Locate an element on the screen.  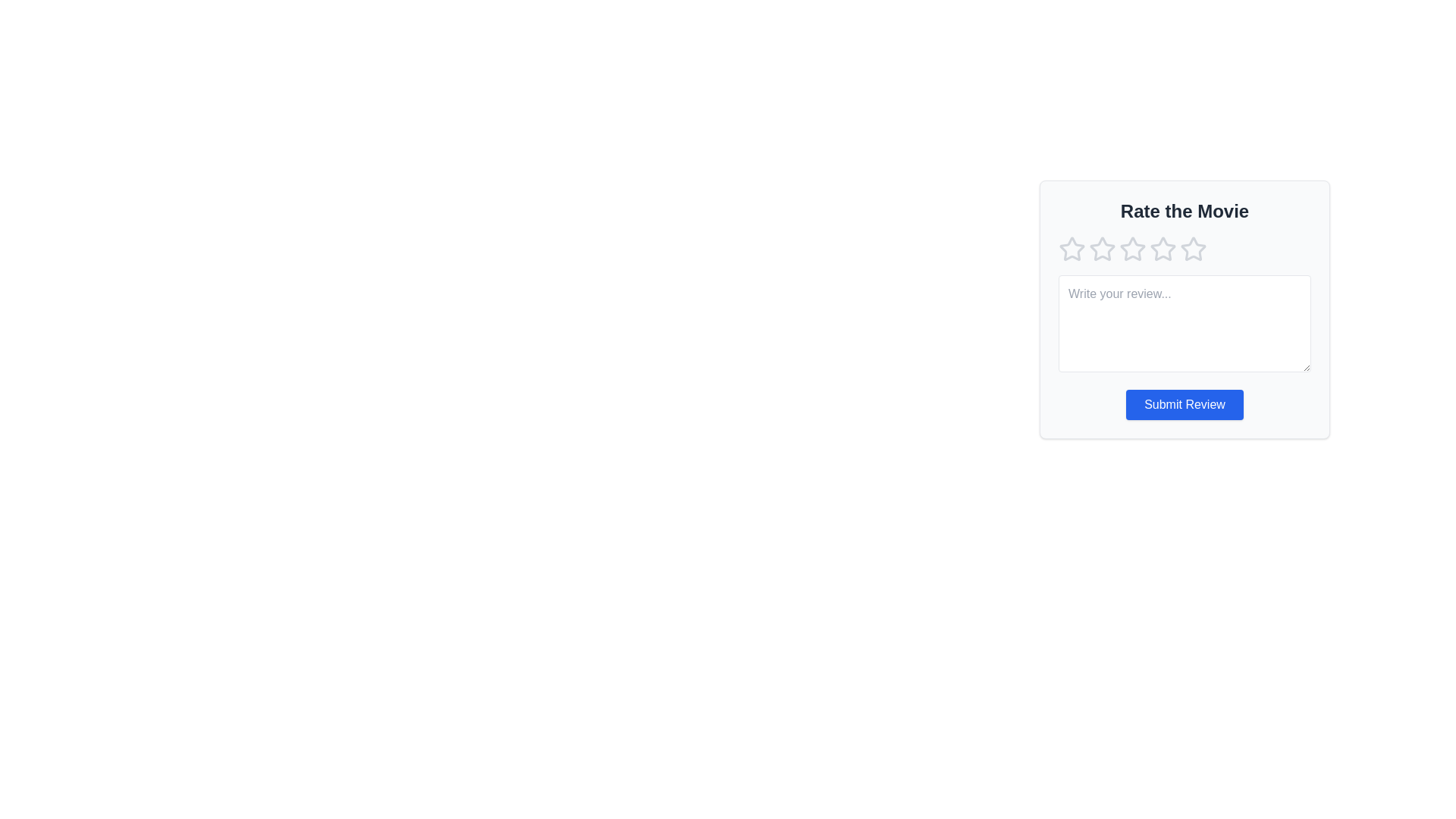
the star rating to 4 by clicking on the corresponding star is located at coordinates (1163, 248).